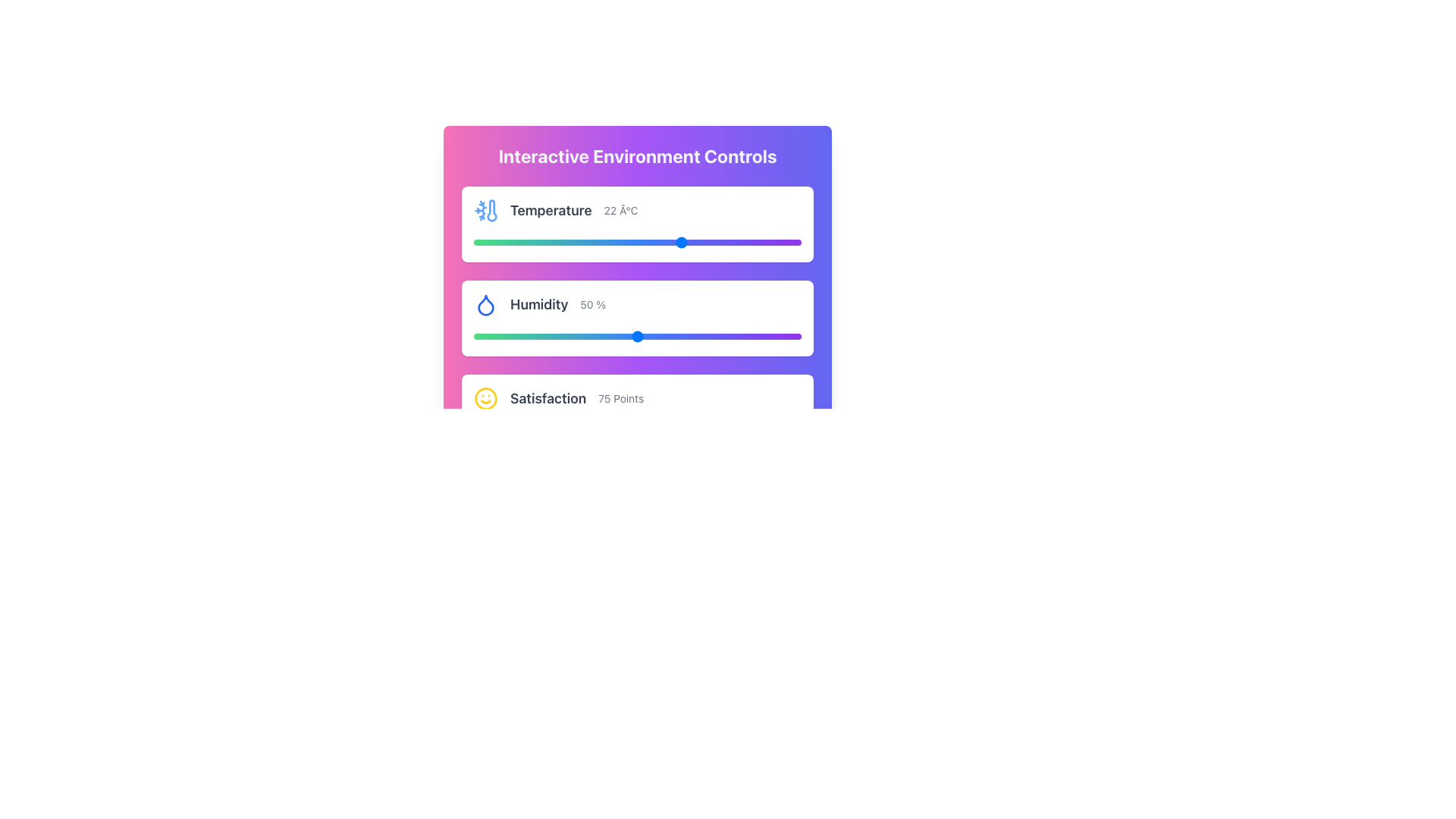  What do you see at coordinates (657, 242) in the screenshot?
I see `the slider` at bounding box center [657, 242].